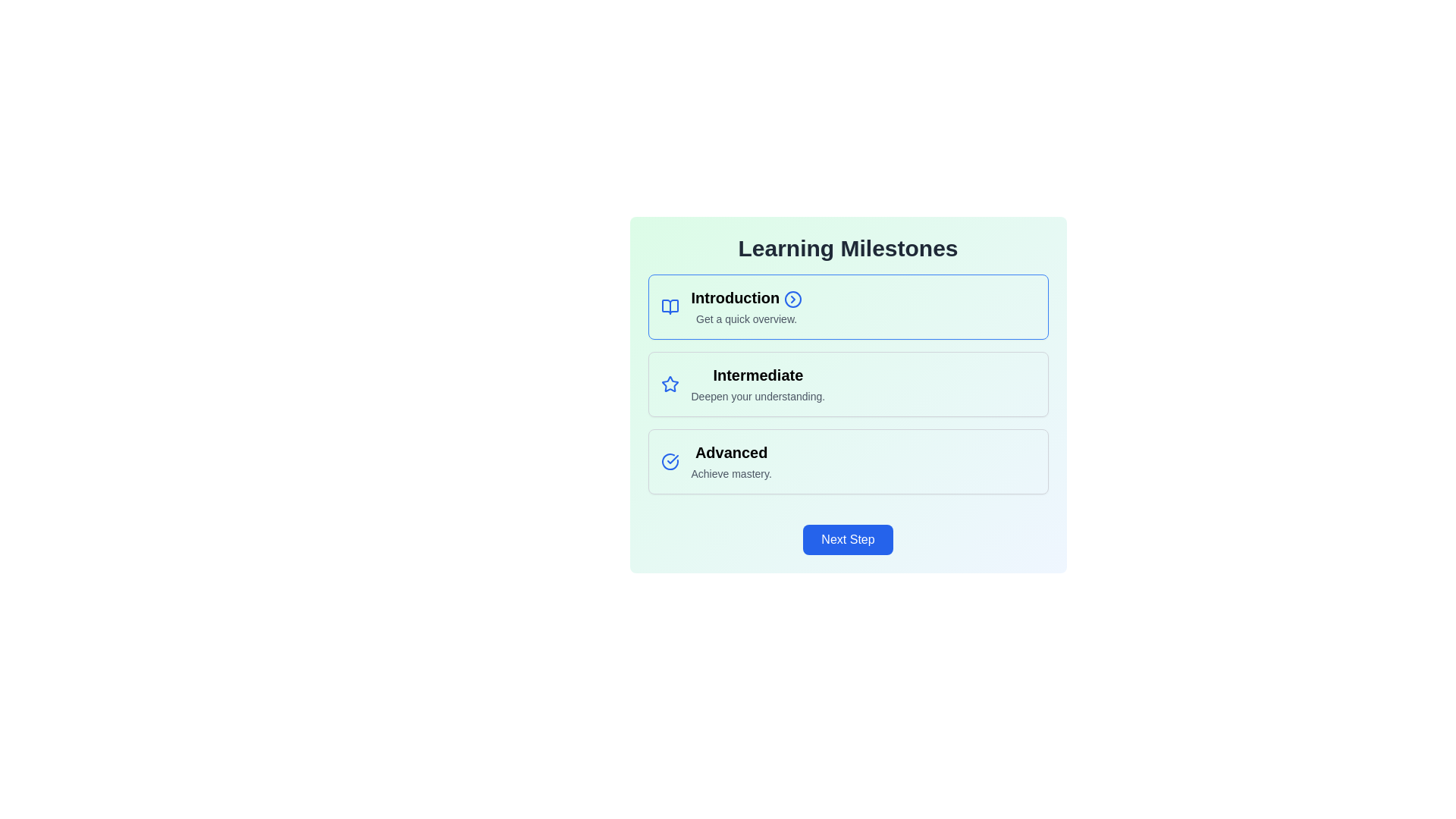 The height and width of the screenshot is (819, 1456). Describe the element at coordinates (669, 383) in the screenshot. I see `the star icon representing the 'Intermediate' stage, located on the left side of the 'Intermediate' text under 'Learning Milestones'` at that location.